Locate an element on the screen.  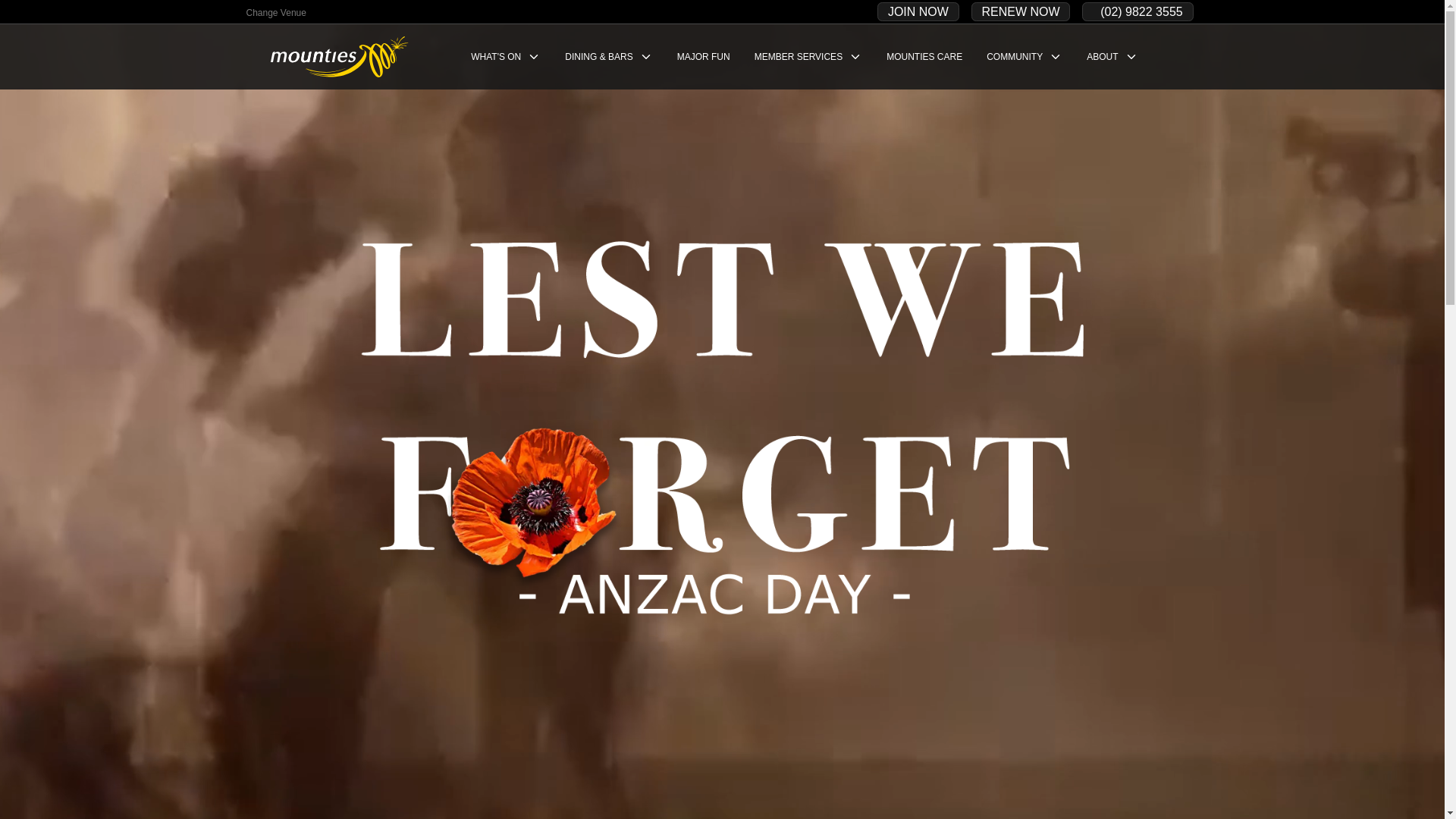
'JOIN NOW' is located at coordinates (917, 11).